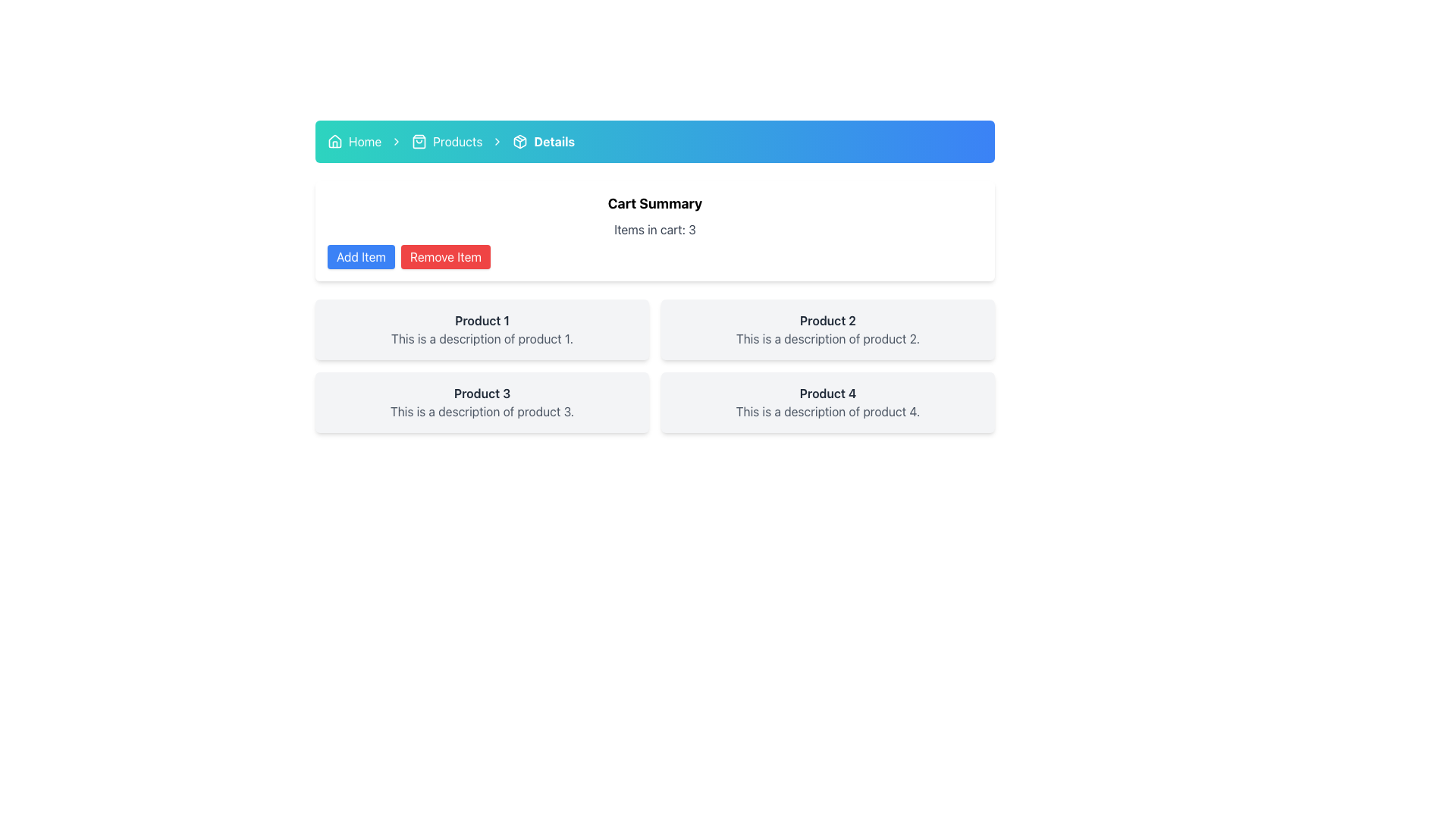  I want to click on the 'Details' icon in the breadcrumb navigation bar at the top center of the interface, which serves as a visual aid for navigation, so click(520, 141).